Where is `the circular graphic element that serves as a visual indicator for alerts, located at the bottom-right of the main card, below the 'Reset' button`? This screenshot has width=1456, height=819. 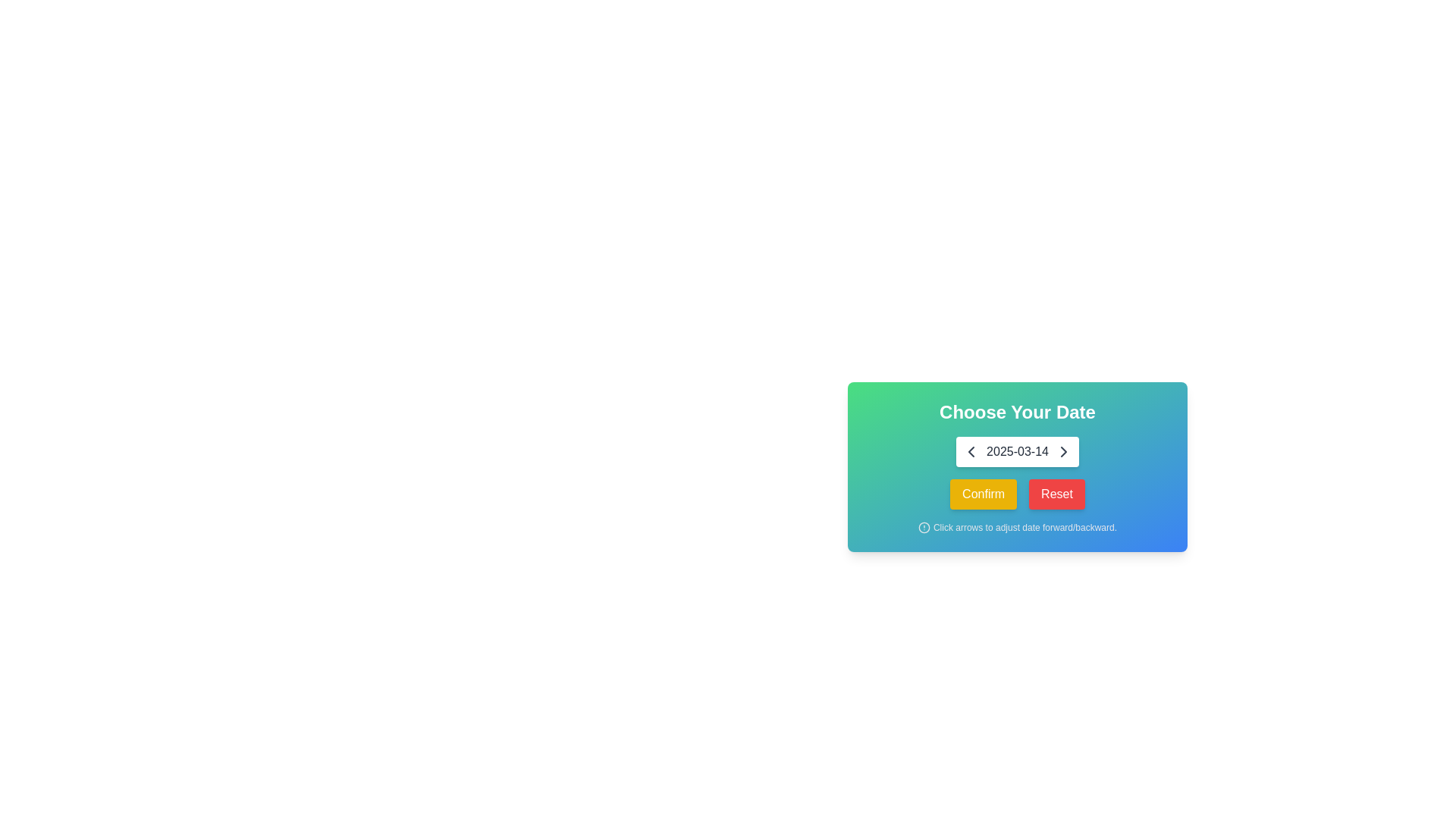
the circular graphic element that serves as a visual indicator for alerts, located at the bottom-right of the main card, below the 'Reset' button is located at coordinates (924, 526).